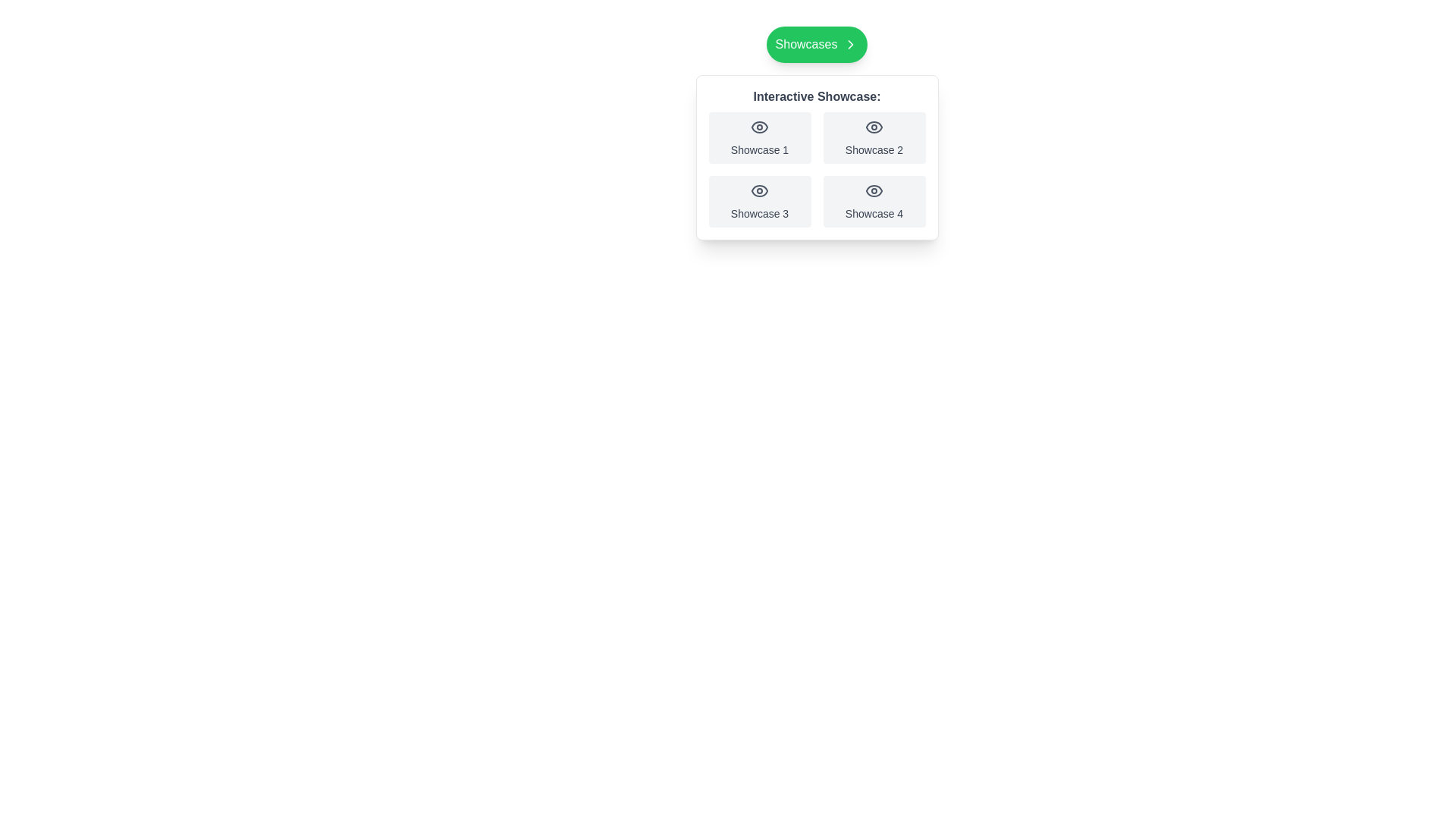 The height and width of the screenshot is (819, 1456). Describe the element at coordinates (874, 201) in the screenshot. I see `the 'Showcase 4' card, which is a rectangular card with an eye icon at the top` at that location.